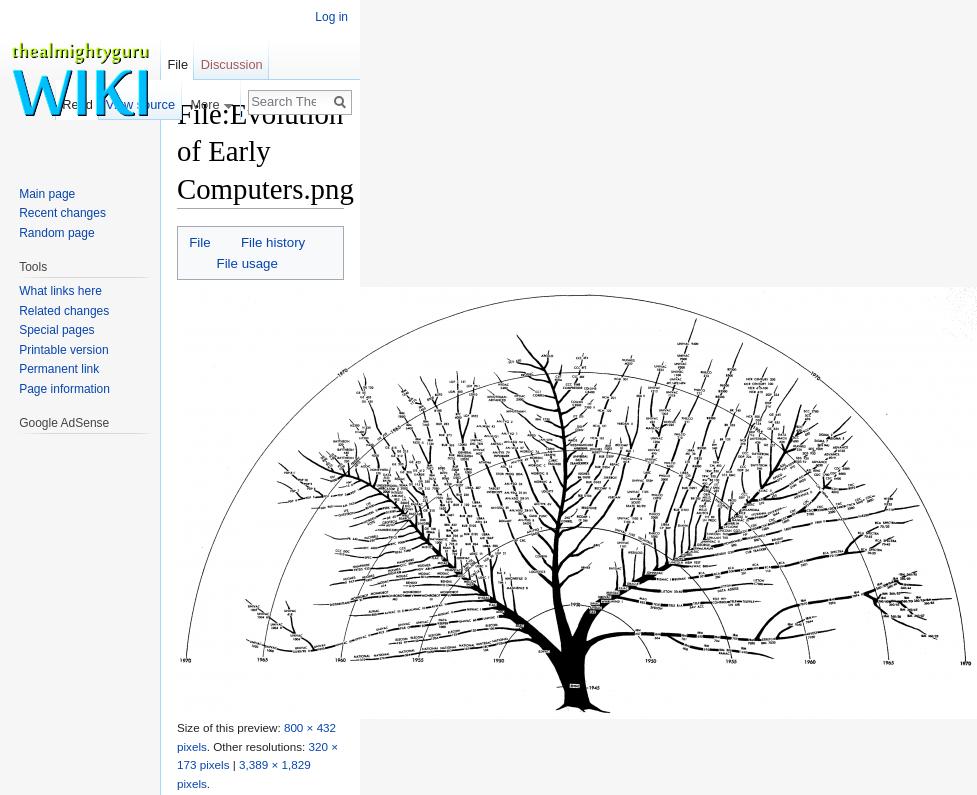 Image resolution: width=977 pixels, height=795 pixels. What do you see at coordinates (255, 735) in the screenshot?
I see `'800 × 432 pixels'` at bounding box center [255, 735].